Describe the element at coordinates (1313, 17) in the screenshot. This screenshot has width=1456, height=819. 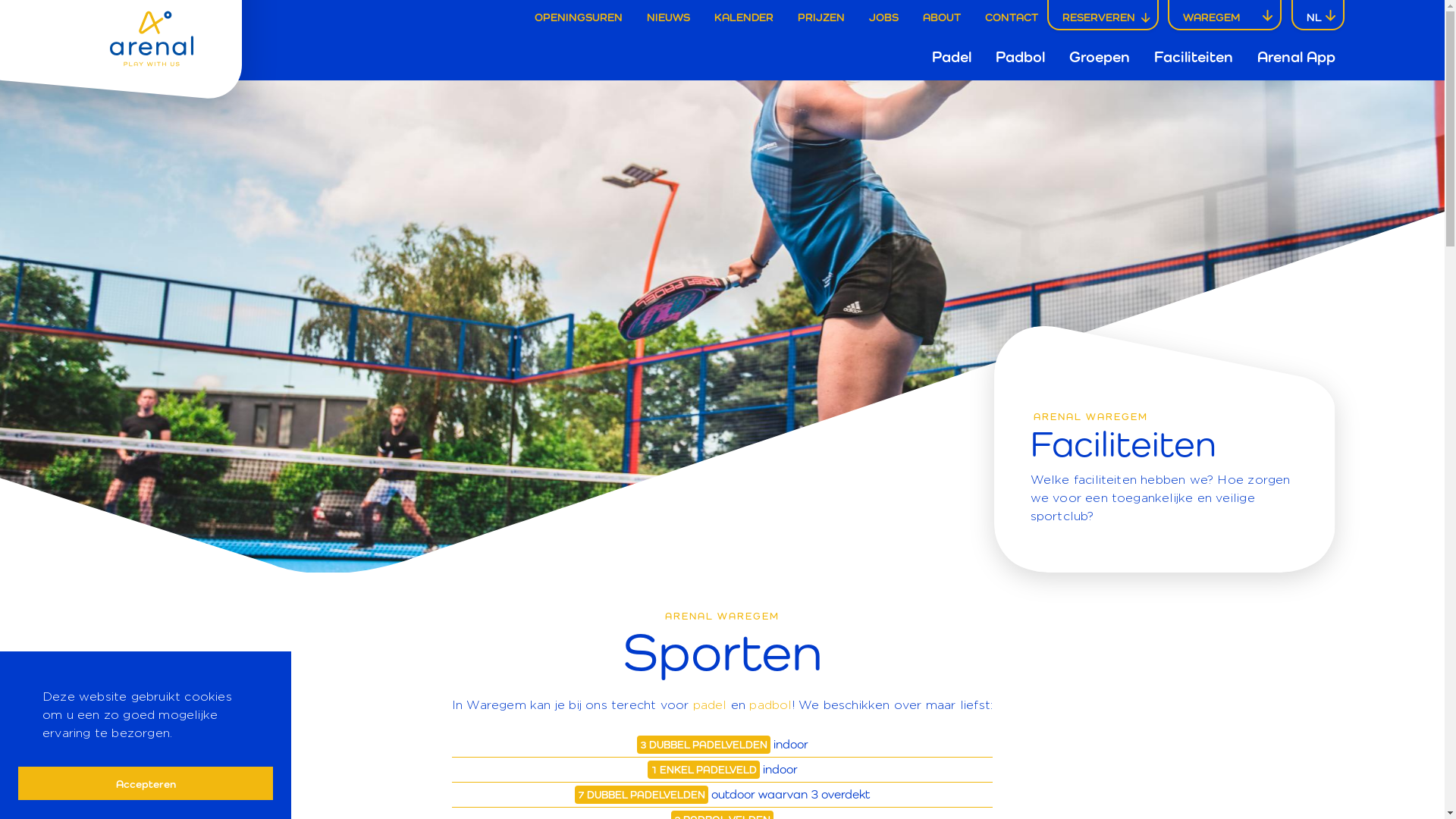
I see `'NL'` at that location.